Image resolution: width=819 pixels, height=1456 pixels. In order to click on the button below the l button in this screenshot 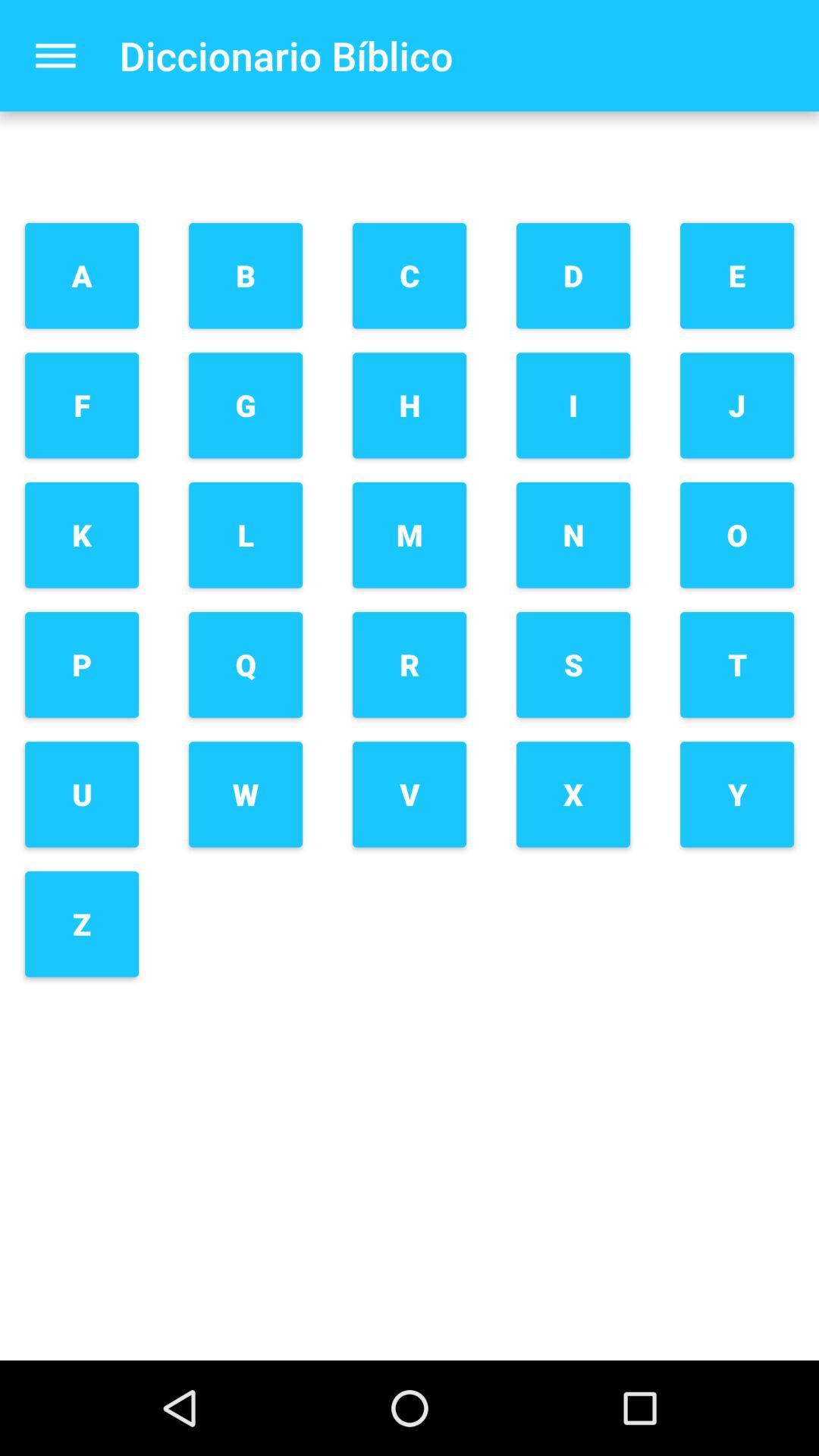, I will do `click(245, 664)`.